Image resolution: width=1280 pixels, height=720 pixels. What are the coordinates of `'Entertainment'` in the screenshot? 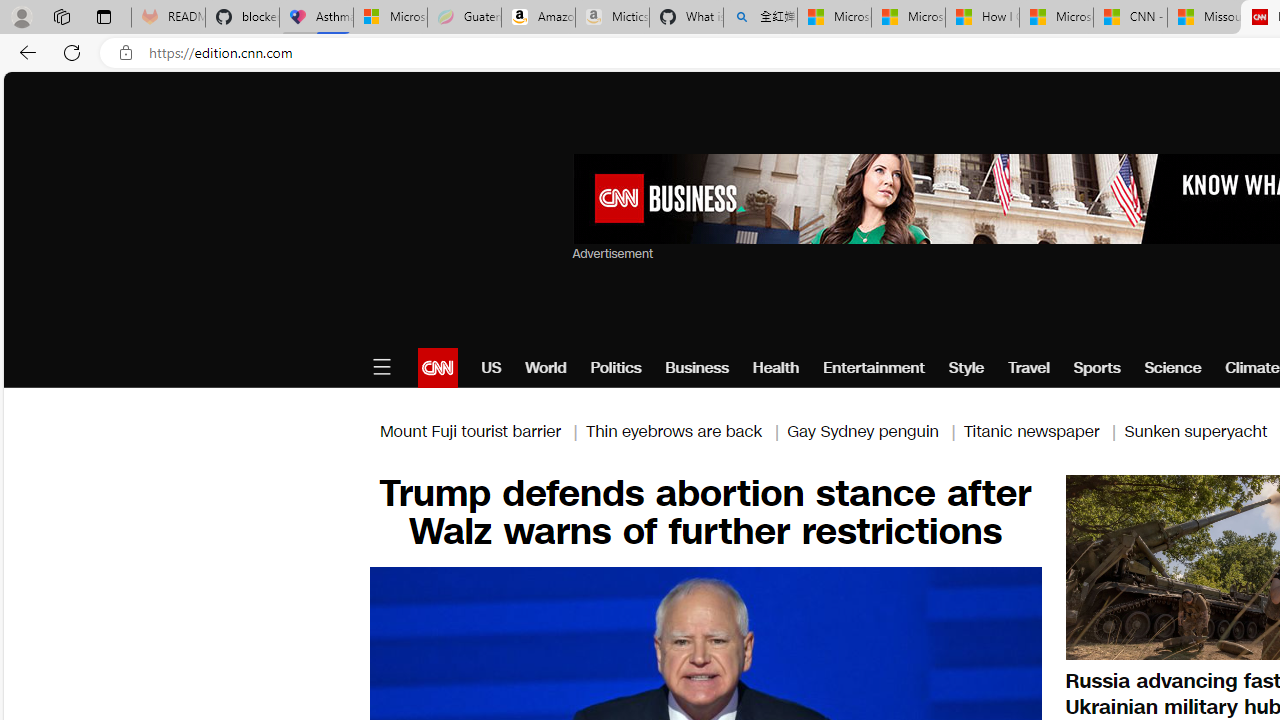 It's located at (874, 367).